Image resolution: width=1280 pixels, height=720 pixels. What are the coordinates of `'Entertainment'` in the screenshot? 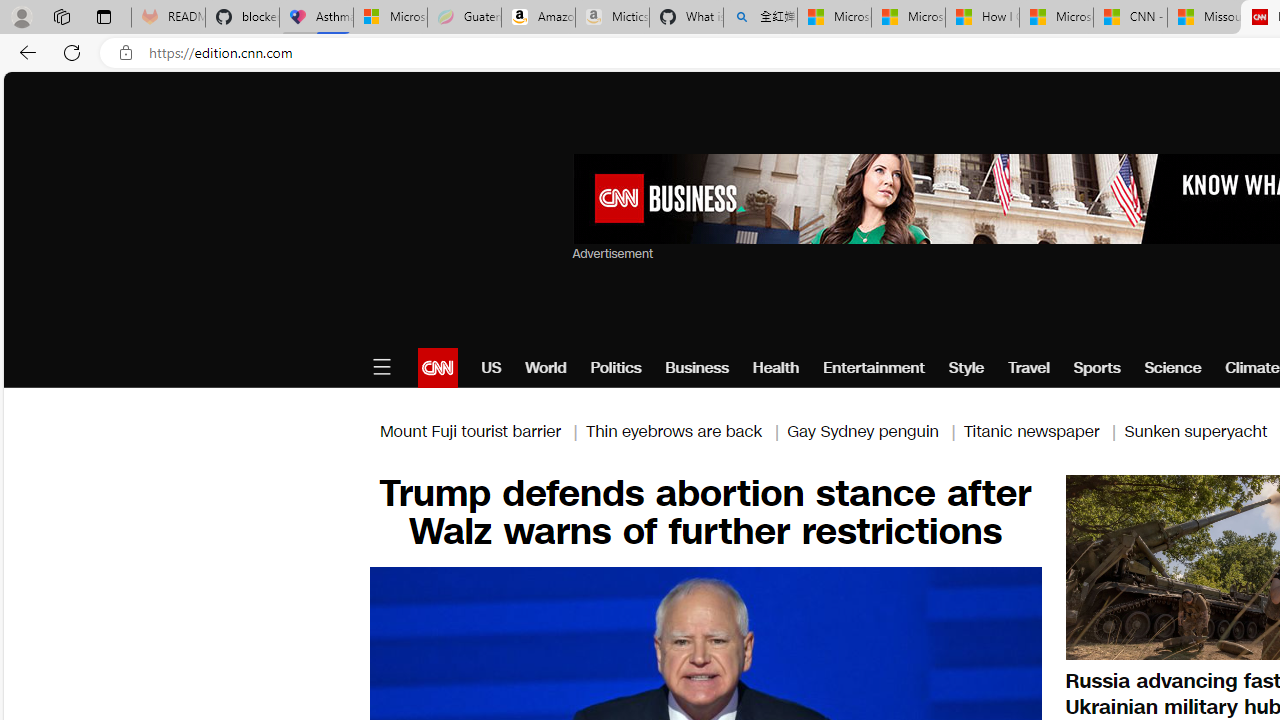 It's located at (874, 367).